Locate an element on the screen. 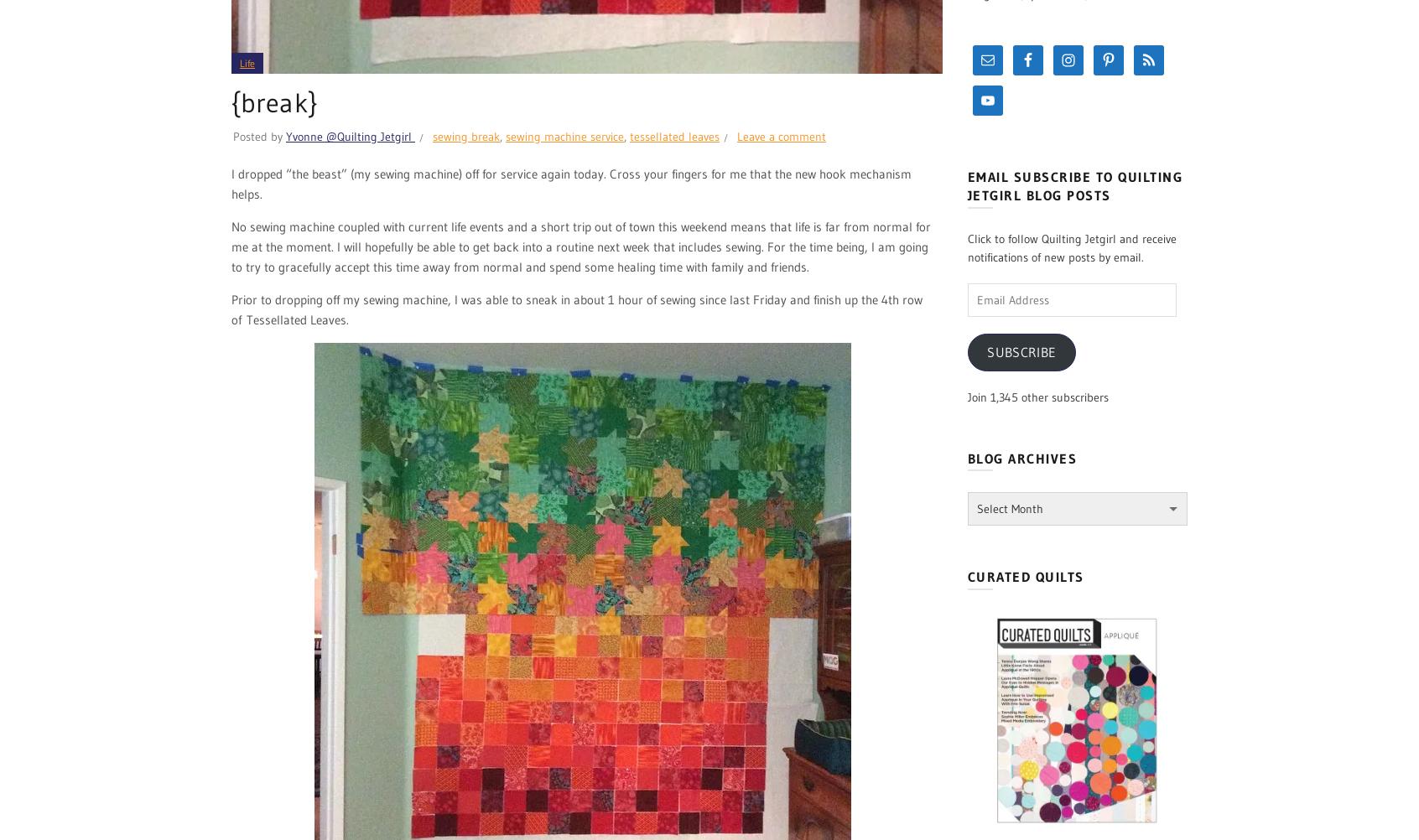 This screenshot has height=840, width=1419. 'Curated Quilts' is located at coordinates (1025, 576).